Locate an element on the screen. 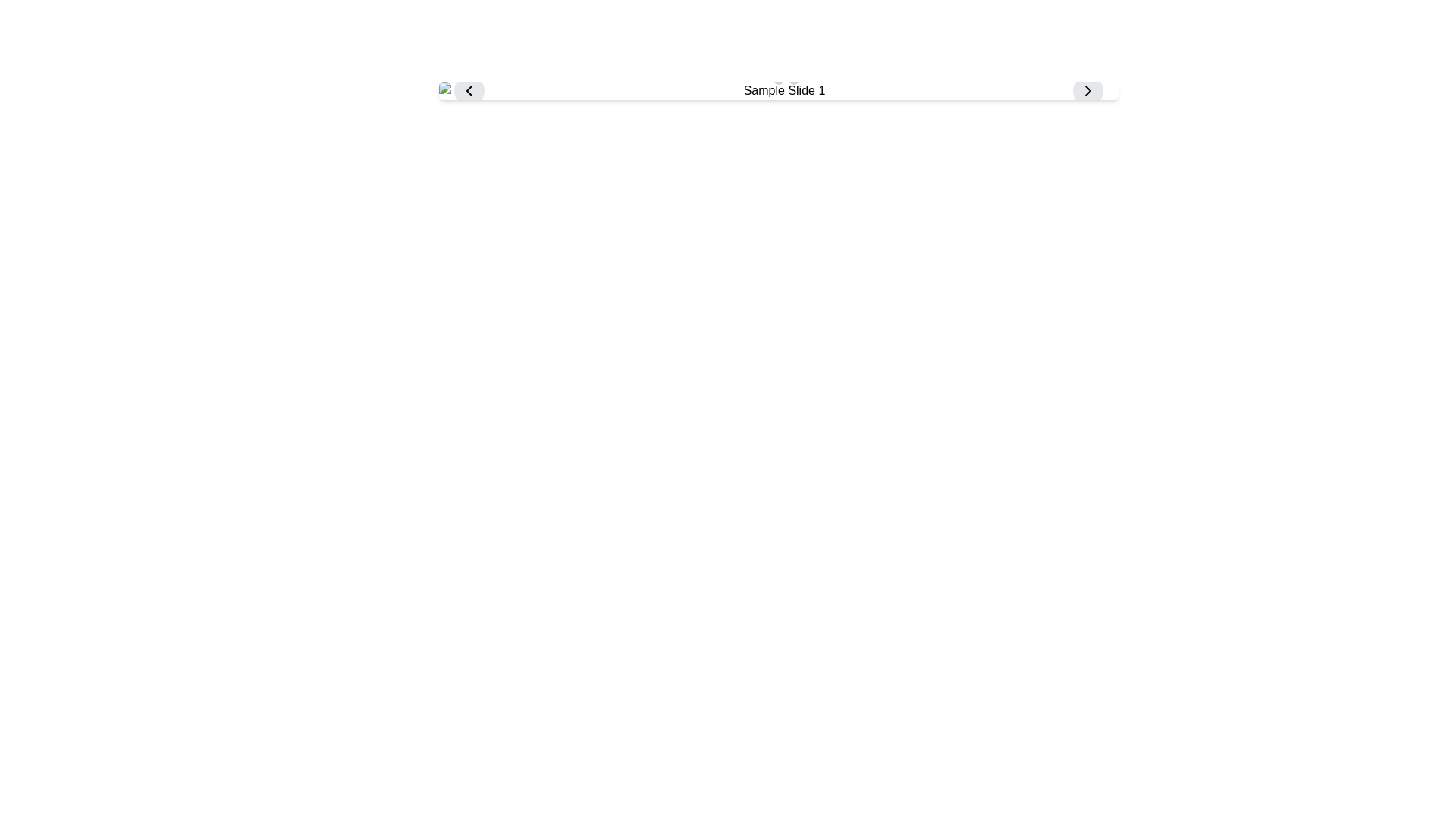 This screenshot has width=1456, height=819. the forward navigation button located on the far-right side of the navigation bar, which is contained within a light gray circular button is located at coordinates (1087, 90).